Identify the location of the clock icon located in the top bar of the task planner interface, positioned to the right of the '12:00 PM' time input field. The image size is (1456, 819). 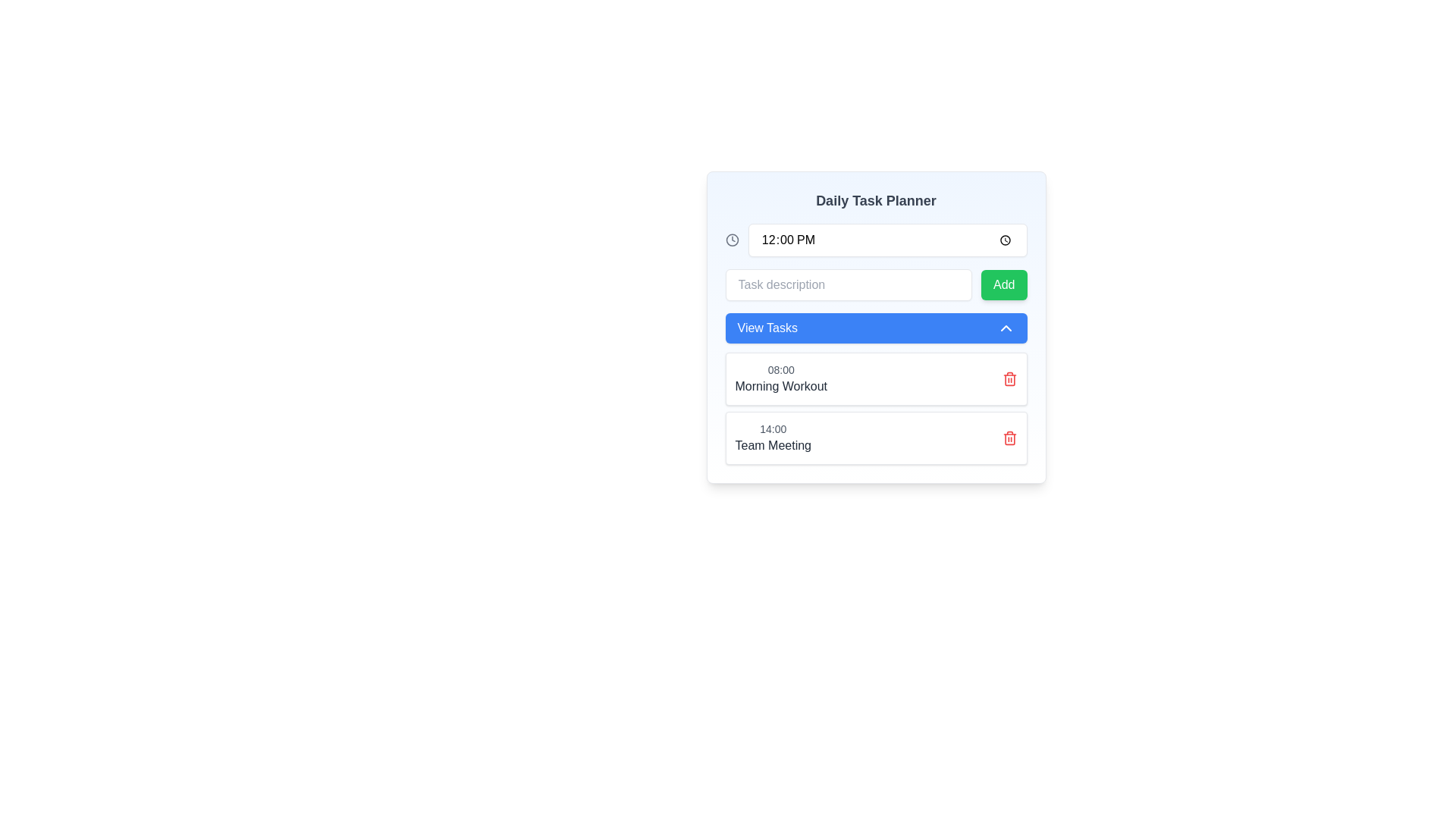
(732, 239).